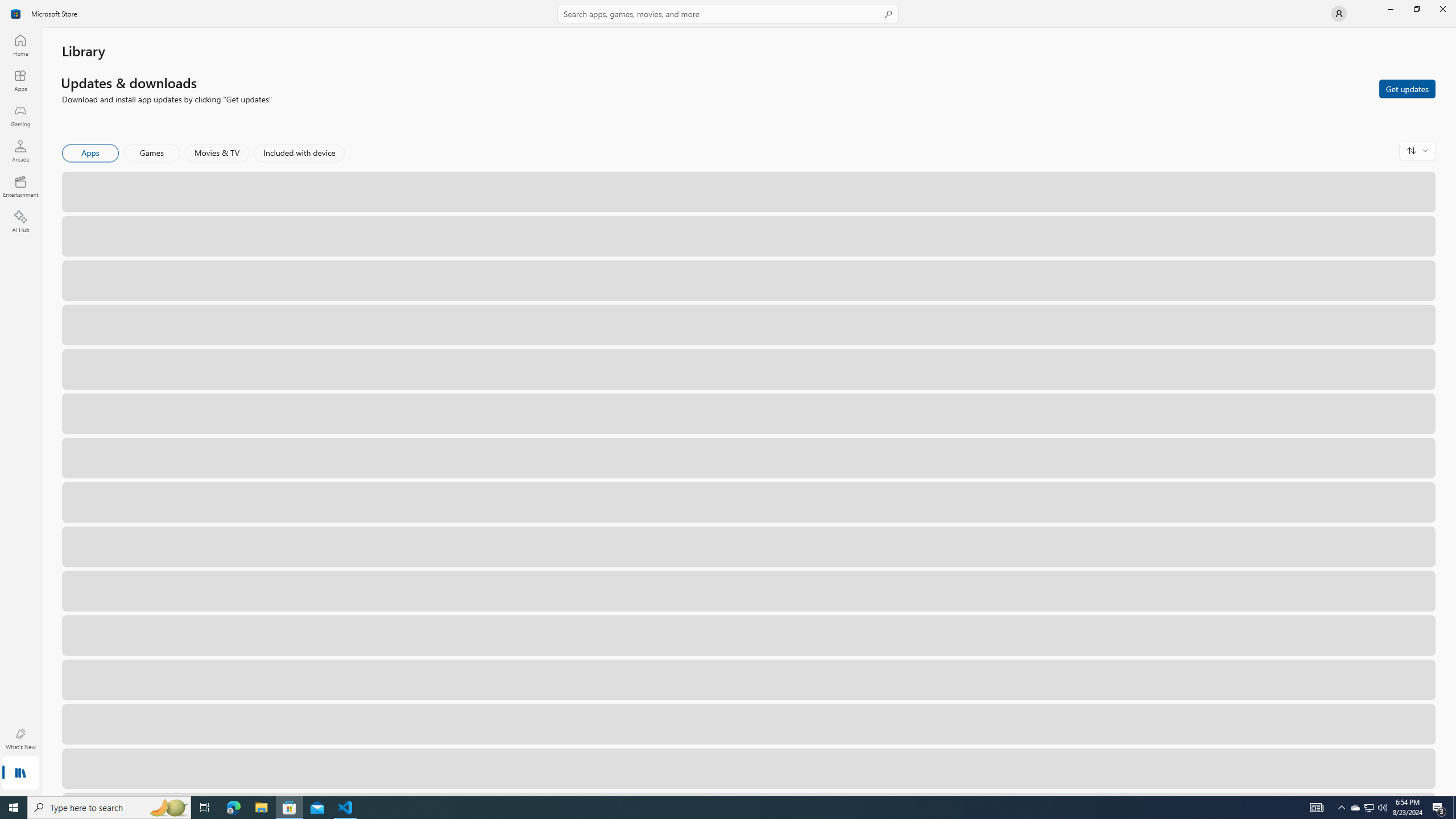 This screenshot has width=1456, height=819. Describe the element at coordinates (19, 44) in the screenshot. I see `'Home'` at that location.